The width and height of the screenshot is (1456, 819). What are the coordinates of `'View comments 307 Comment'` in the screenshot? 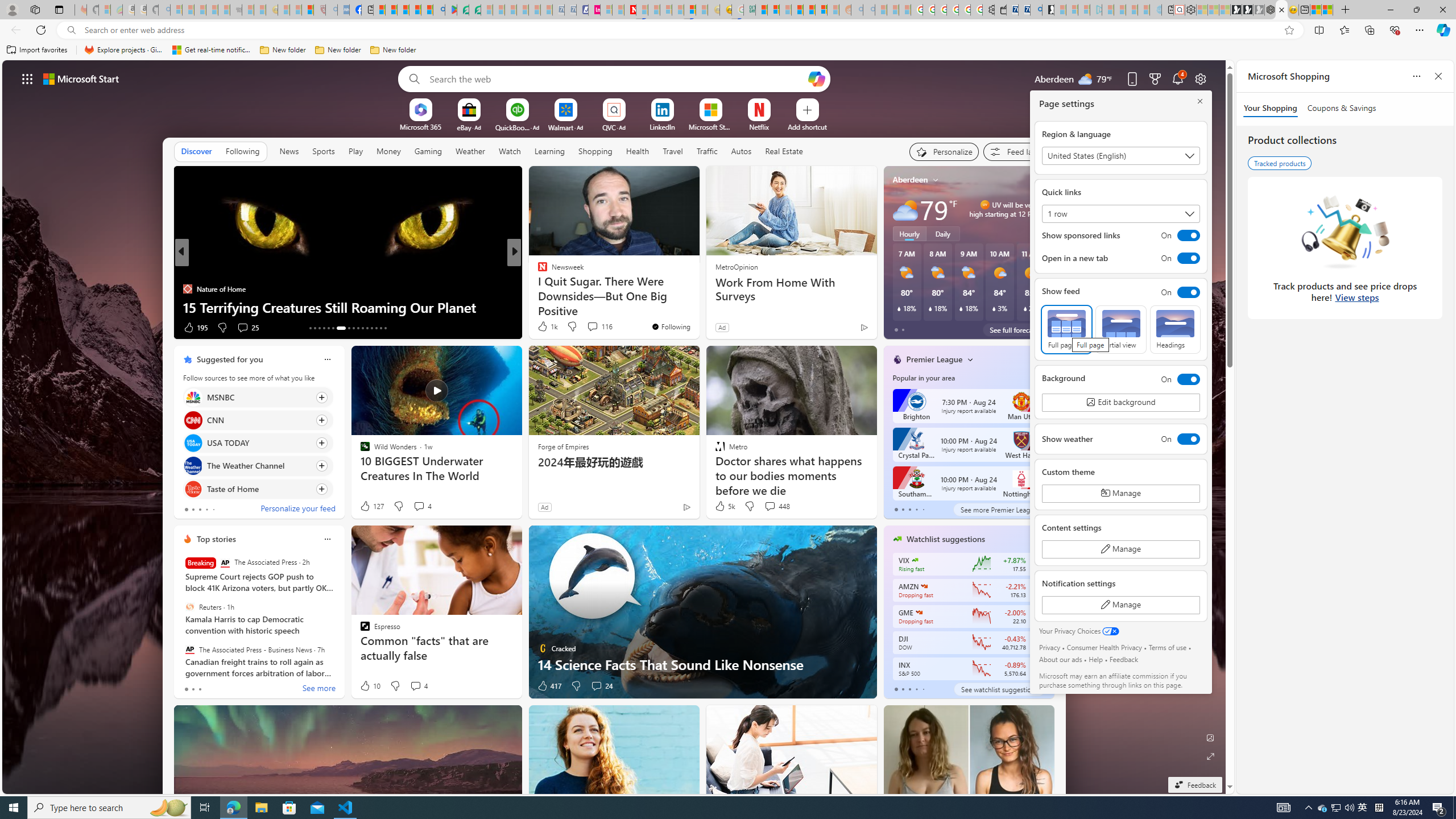 It's located at (595, 327).